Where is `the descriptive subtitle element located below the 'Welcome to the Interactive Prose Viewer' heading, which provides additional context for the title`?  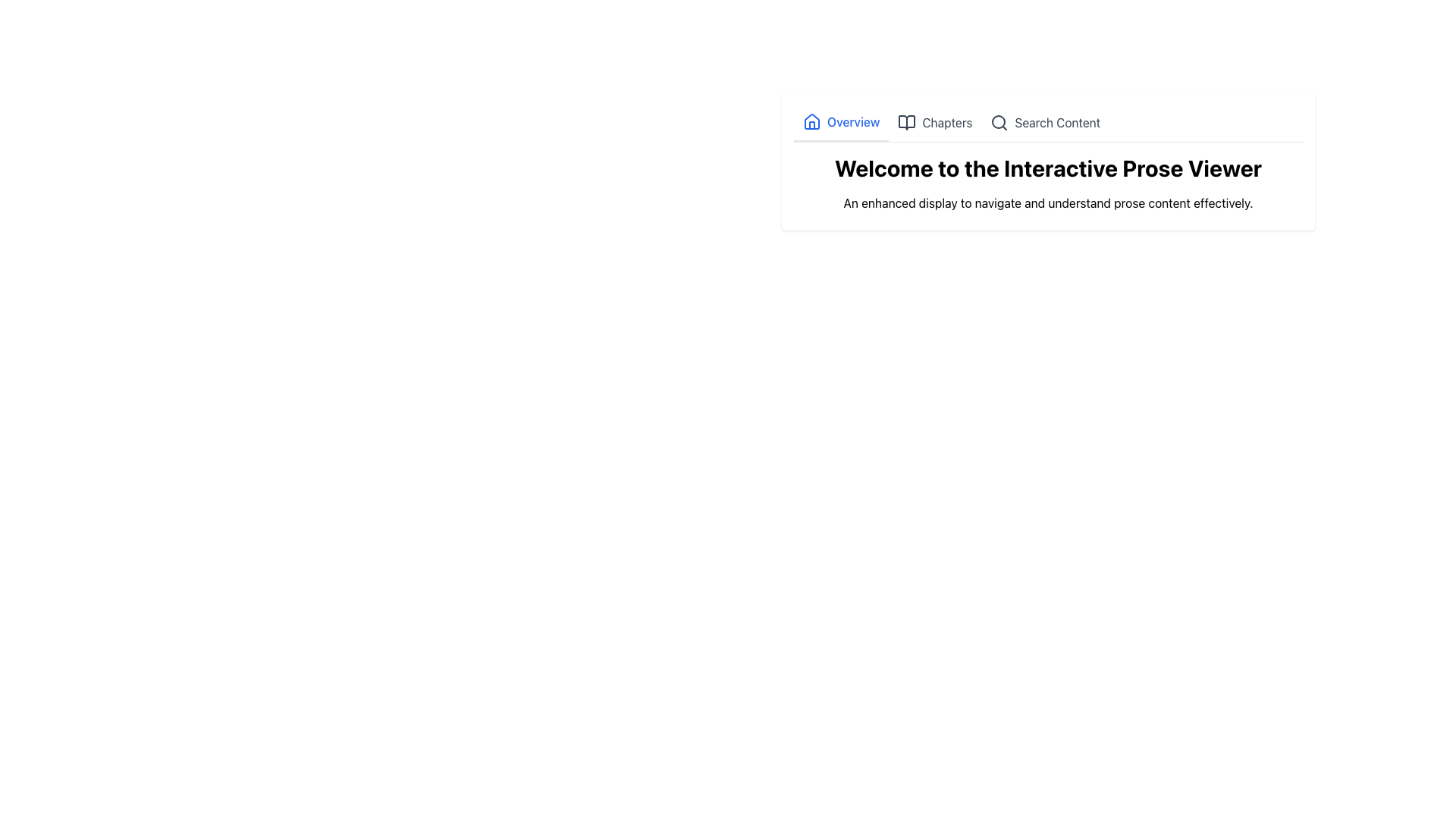
the descriptive subtitle element located below the 'Welcome to the Interactive Prose Viewer' heading, which provides additional context for the title is located at coordinates (1047, 202).